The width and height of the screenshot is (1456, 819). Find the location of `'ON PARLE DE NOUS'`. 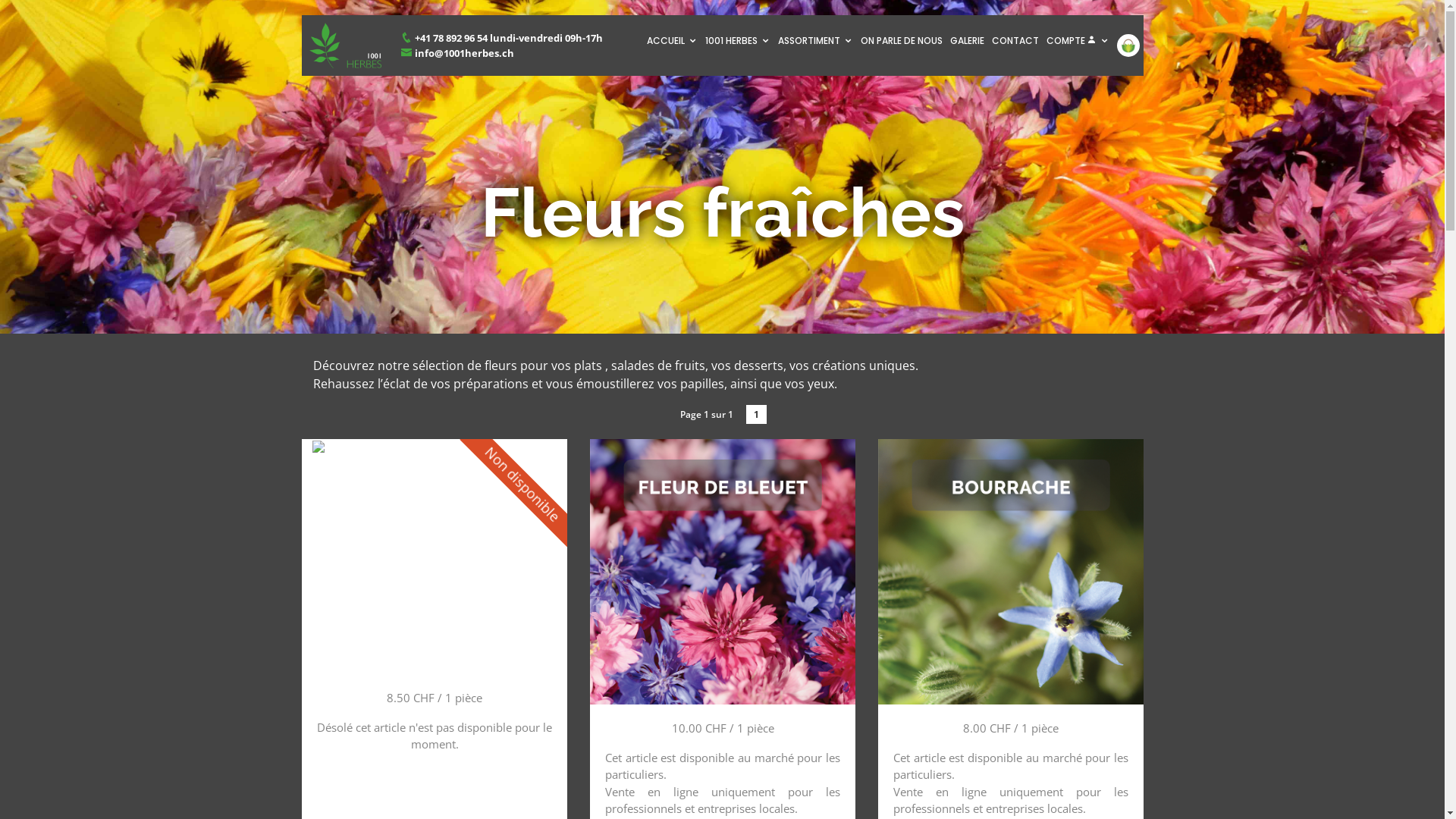

'ON PARLE DE NOUS' is located at coordinates (902, 40).